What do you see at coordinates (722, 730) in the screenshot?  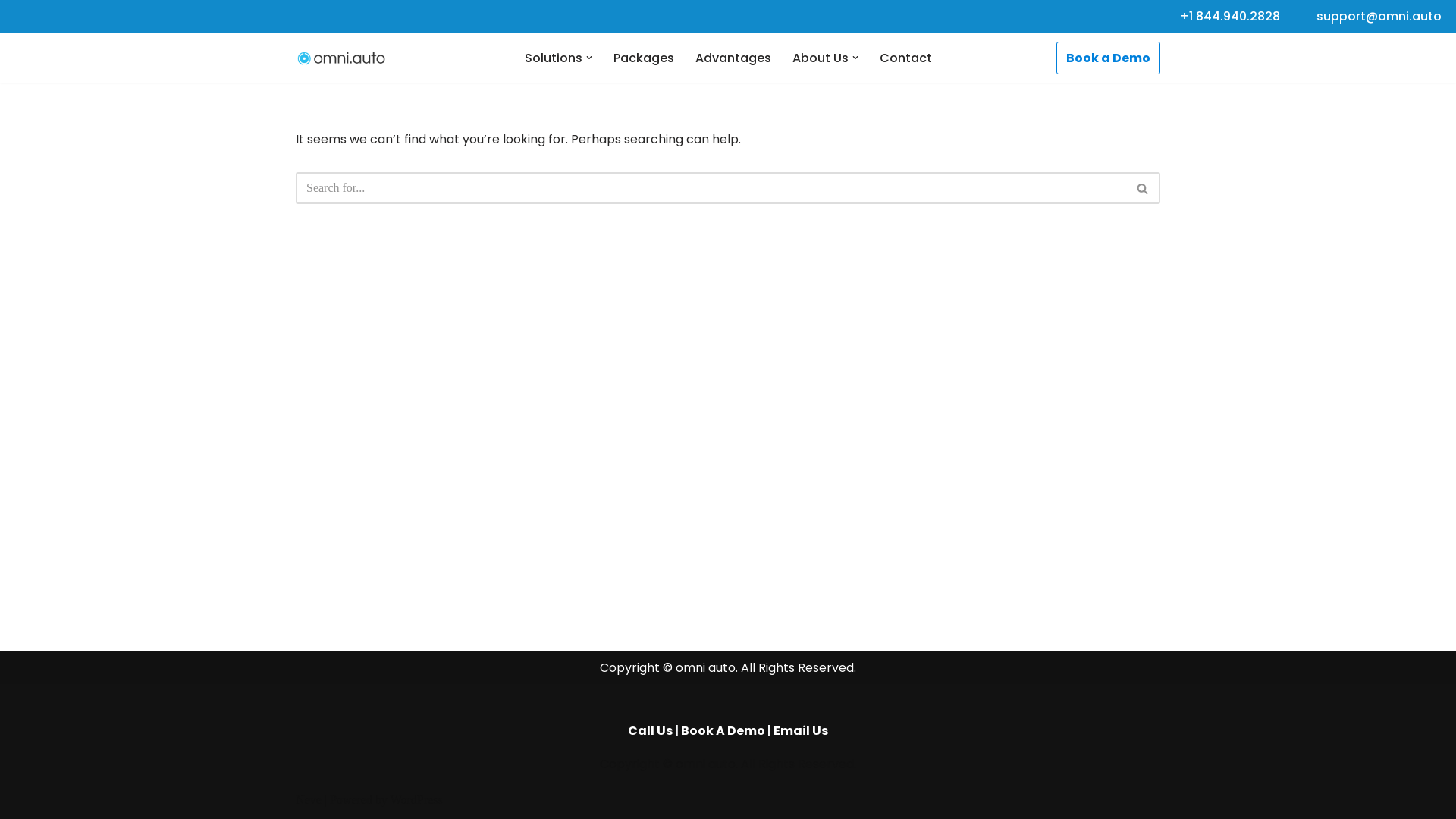 I see `'Book A Demo'` at bounding box center [722, 730].